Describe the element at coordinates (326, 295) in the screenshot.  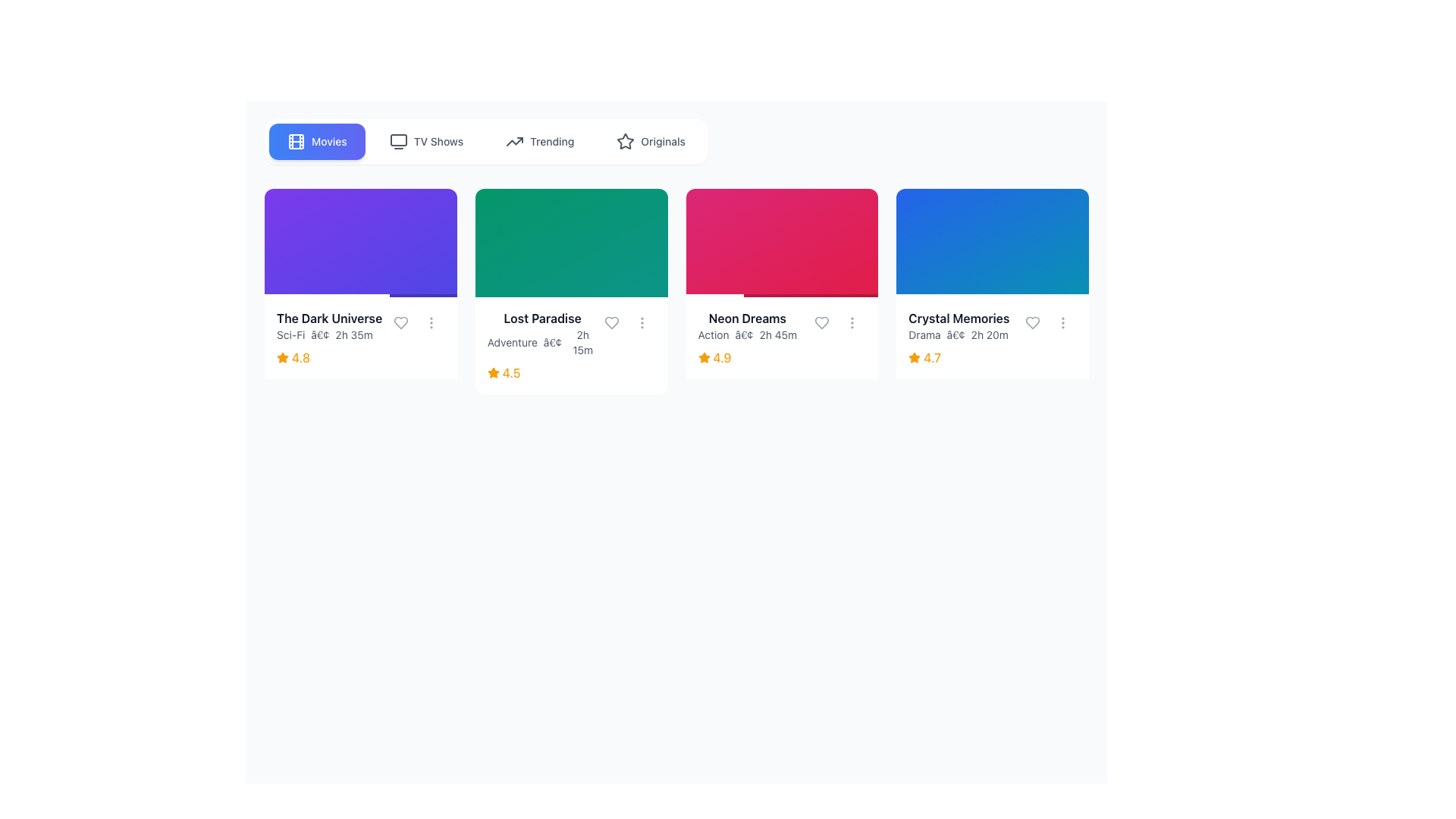
I see `the progress bar located at the bottom of 'The Dark Universe' card in the Movies section` at that location.